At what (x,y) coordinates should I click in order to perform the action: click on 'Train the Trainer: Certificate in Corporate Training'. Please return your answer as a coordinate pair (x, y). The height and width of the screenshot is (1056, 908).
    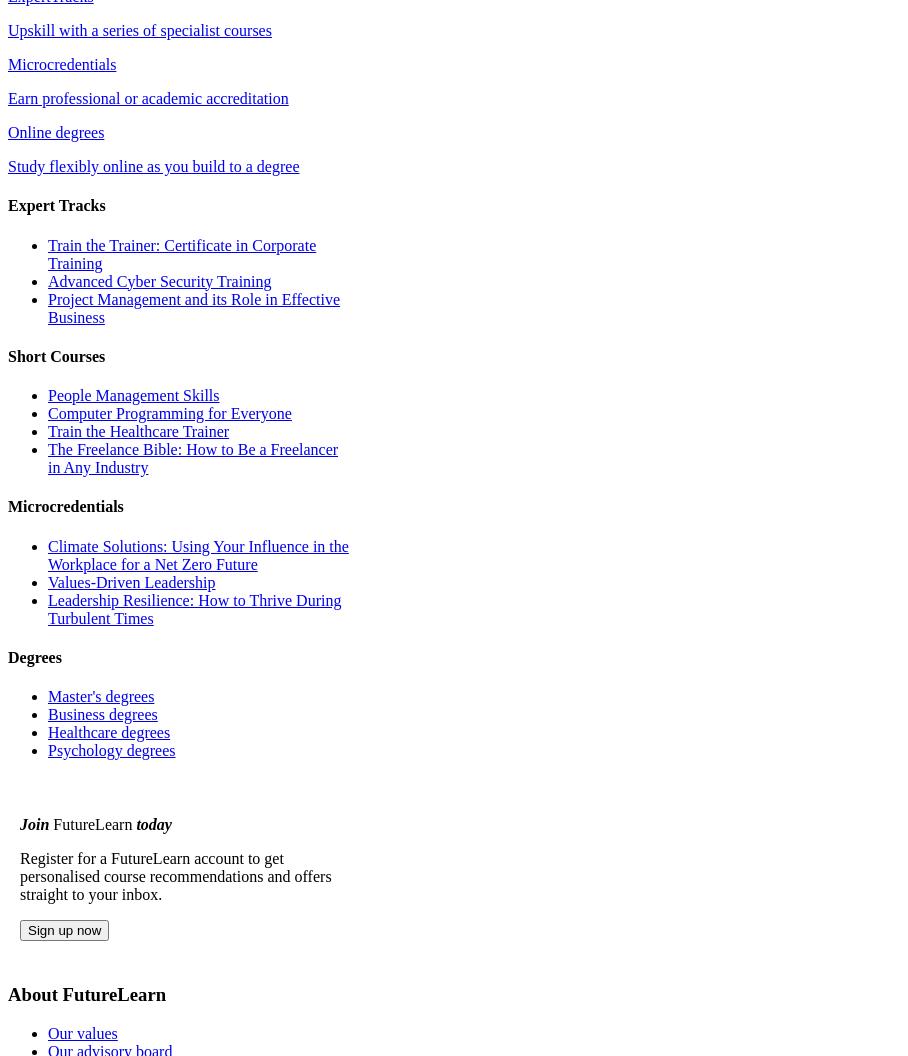
    Looking at the image, I should click on (48, 252).